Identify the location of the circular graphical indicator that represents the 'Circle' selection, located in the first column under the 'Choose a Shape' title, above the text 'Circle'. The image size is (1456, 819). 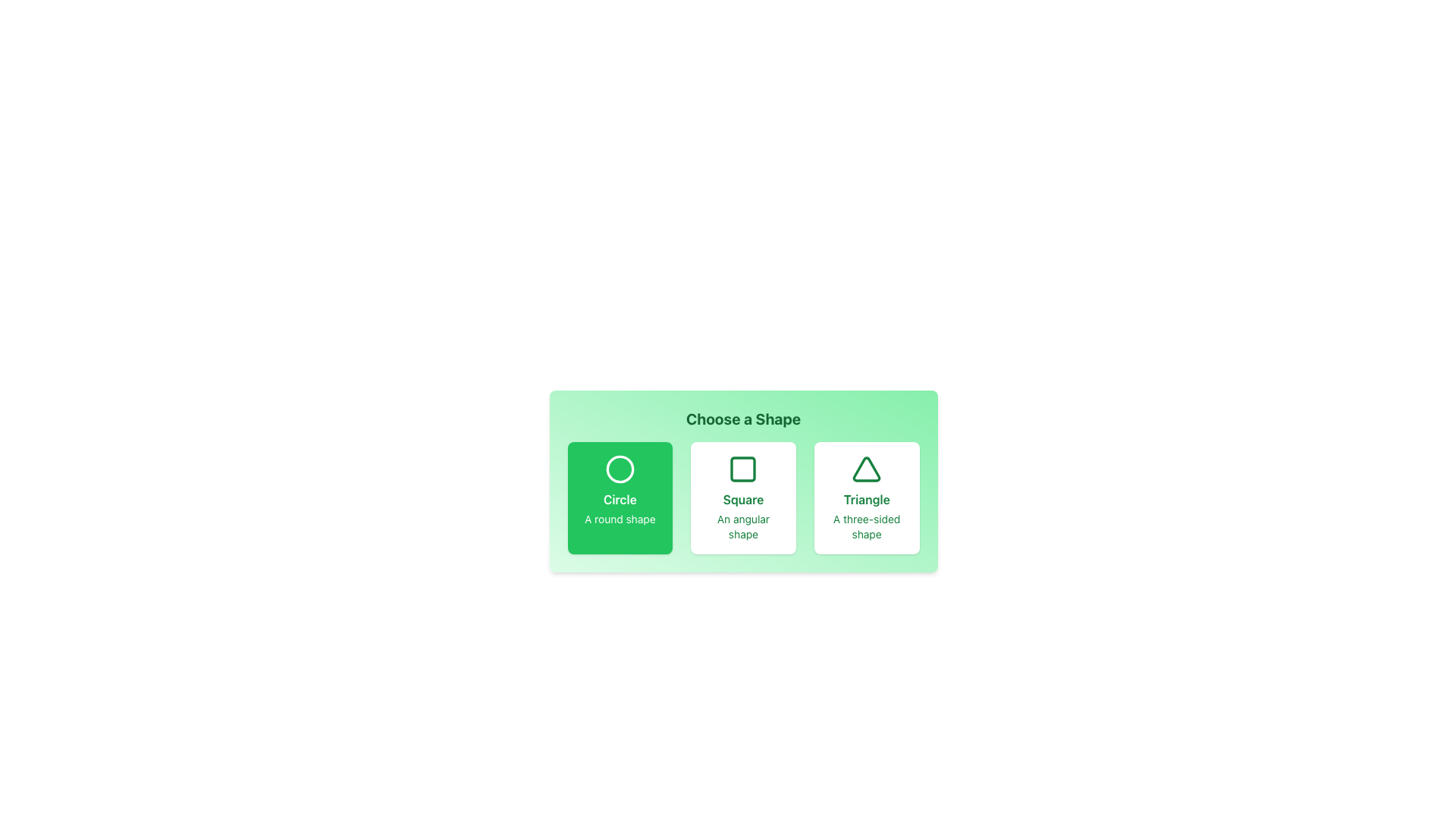
(620, 468).